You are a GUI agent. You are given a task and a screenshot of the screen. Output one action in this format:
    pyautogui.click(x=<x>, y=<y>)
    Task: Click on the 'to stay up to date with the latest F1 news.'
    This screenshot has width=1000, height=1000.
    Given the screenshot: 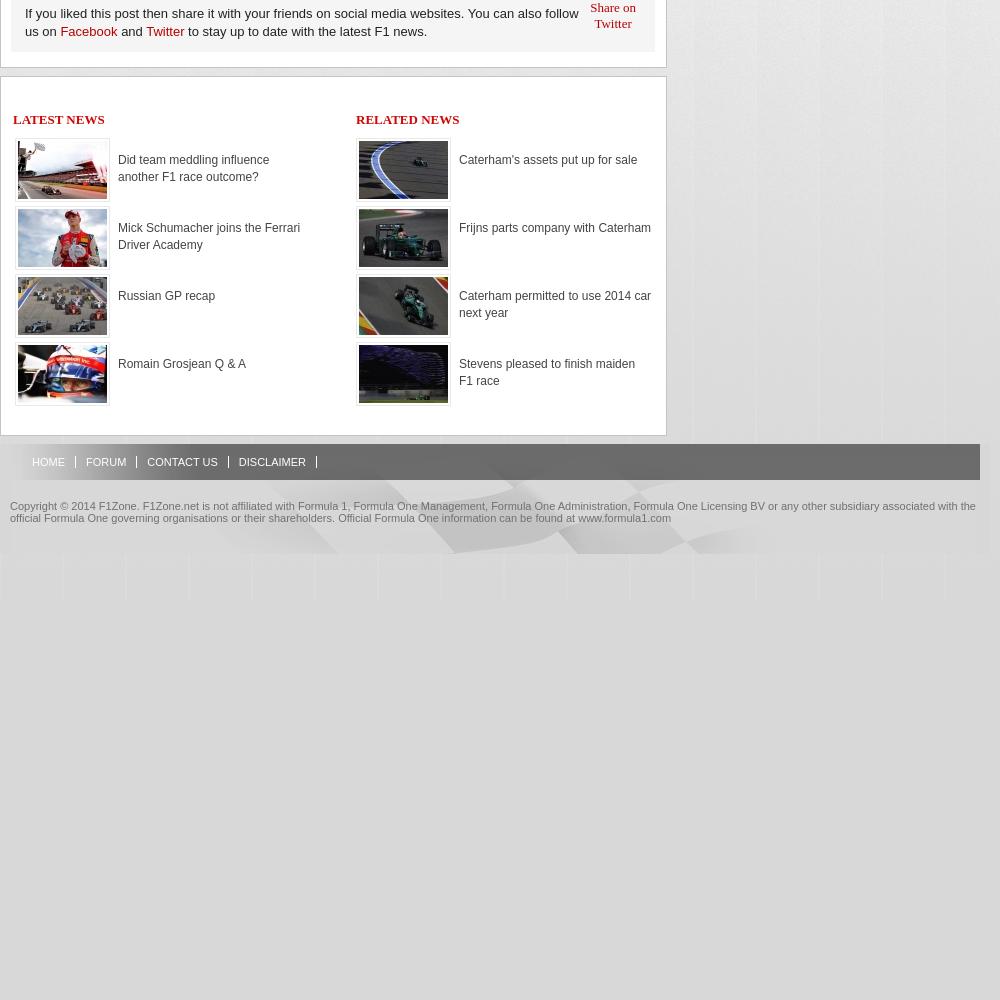 What is the action you would take?
    pyautogui.click(x=305, y=31)
    